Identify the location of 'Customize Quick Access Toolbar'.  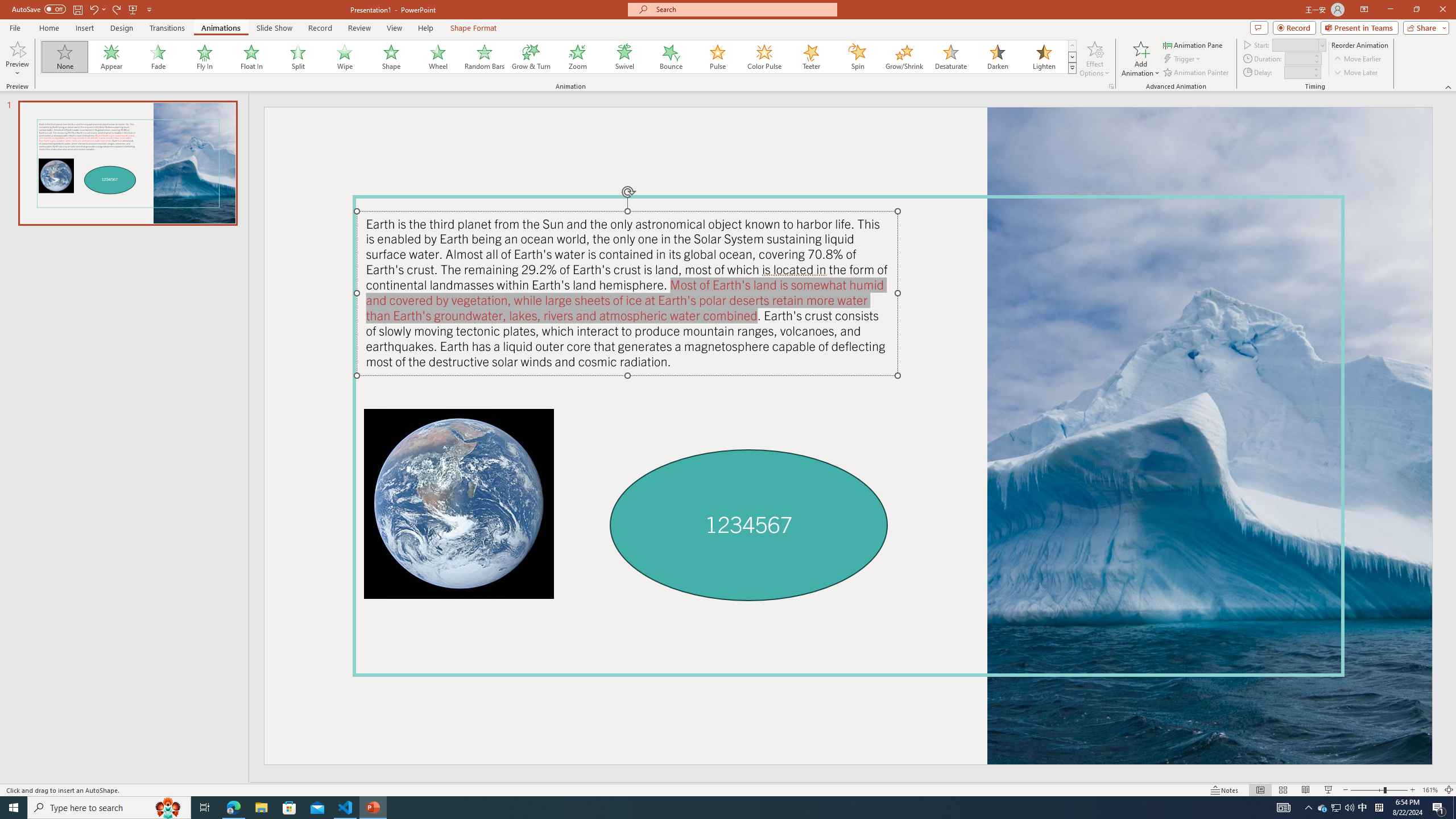
(148, 9).